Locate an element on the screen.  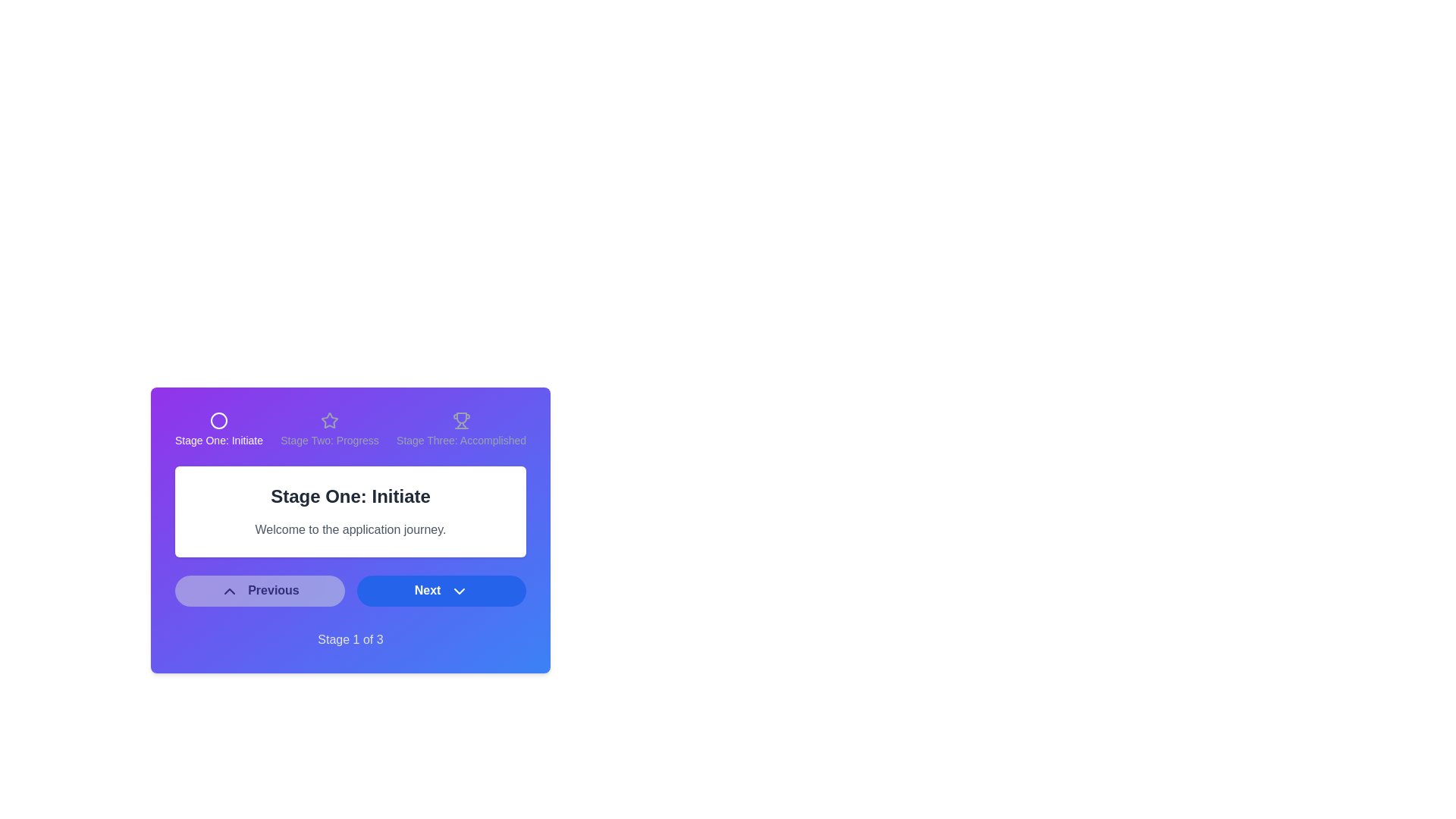
the 'Next' button of the segmented control, which is the right section of the control with a deep blue background and white text is located at coordinates (350, 590).